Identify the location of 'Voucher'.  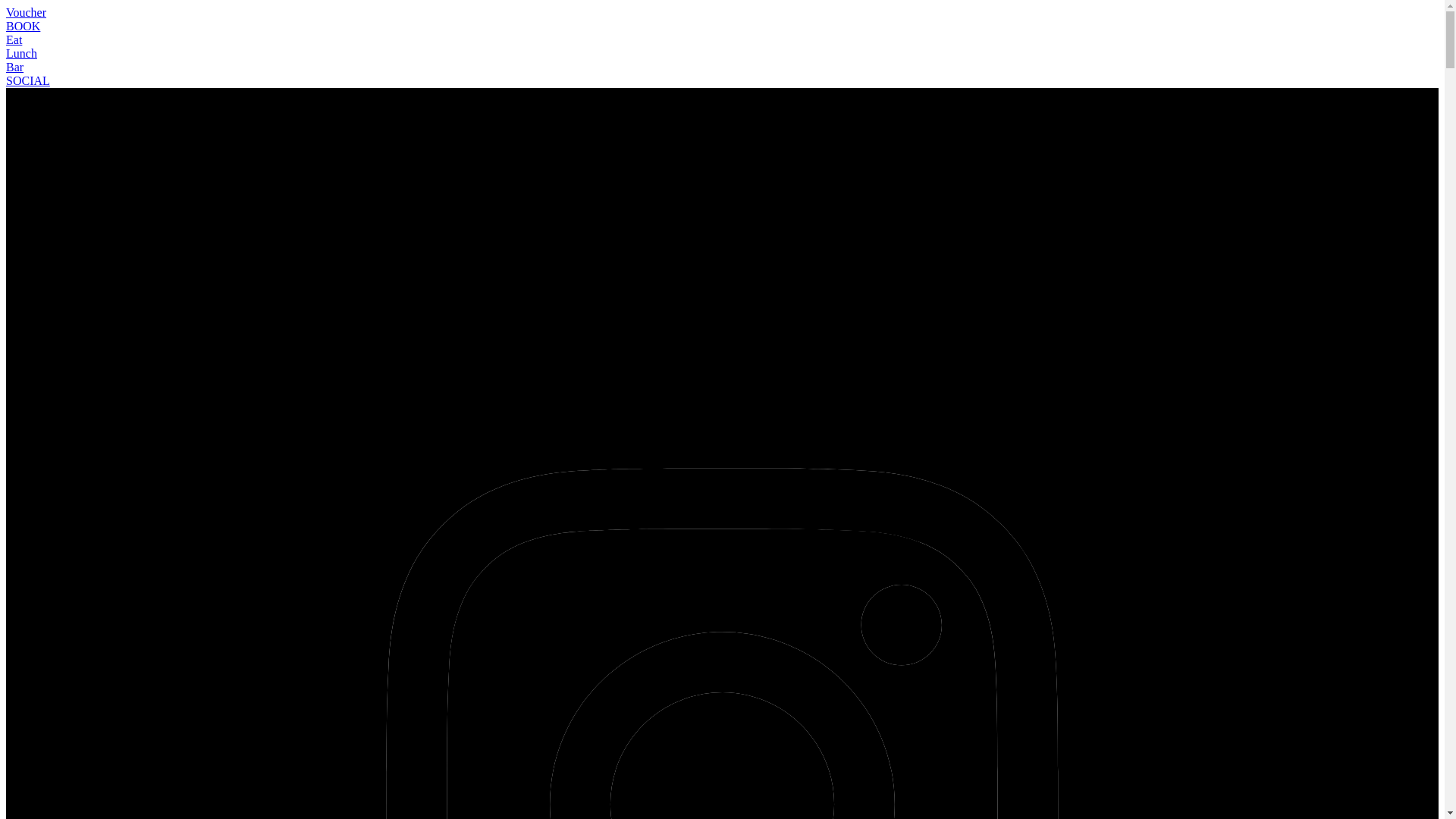
(26, 12).